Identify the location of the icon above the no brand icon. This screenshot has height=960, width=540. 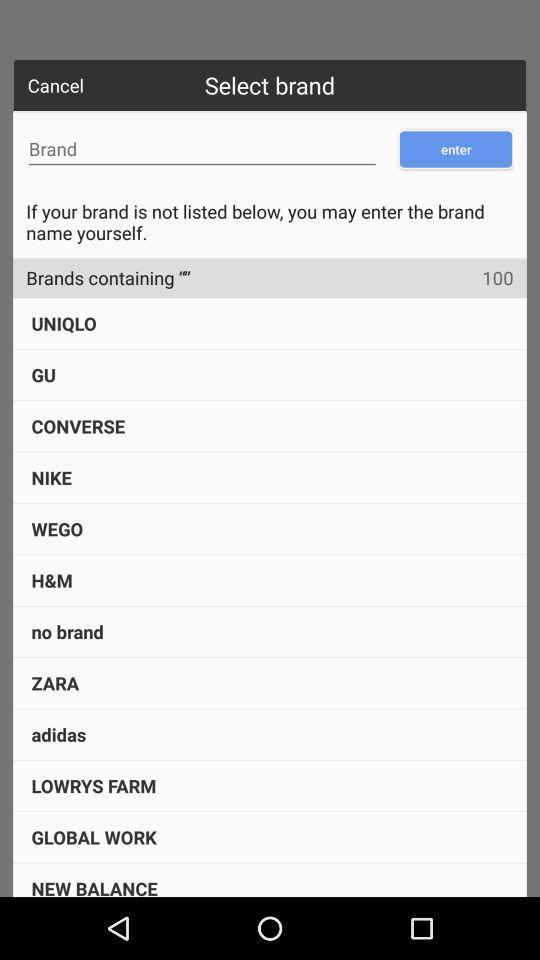
(52, 580).